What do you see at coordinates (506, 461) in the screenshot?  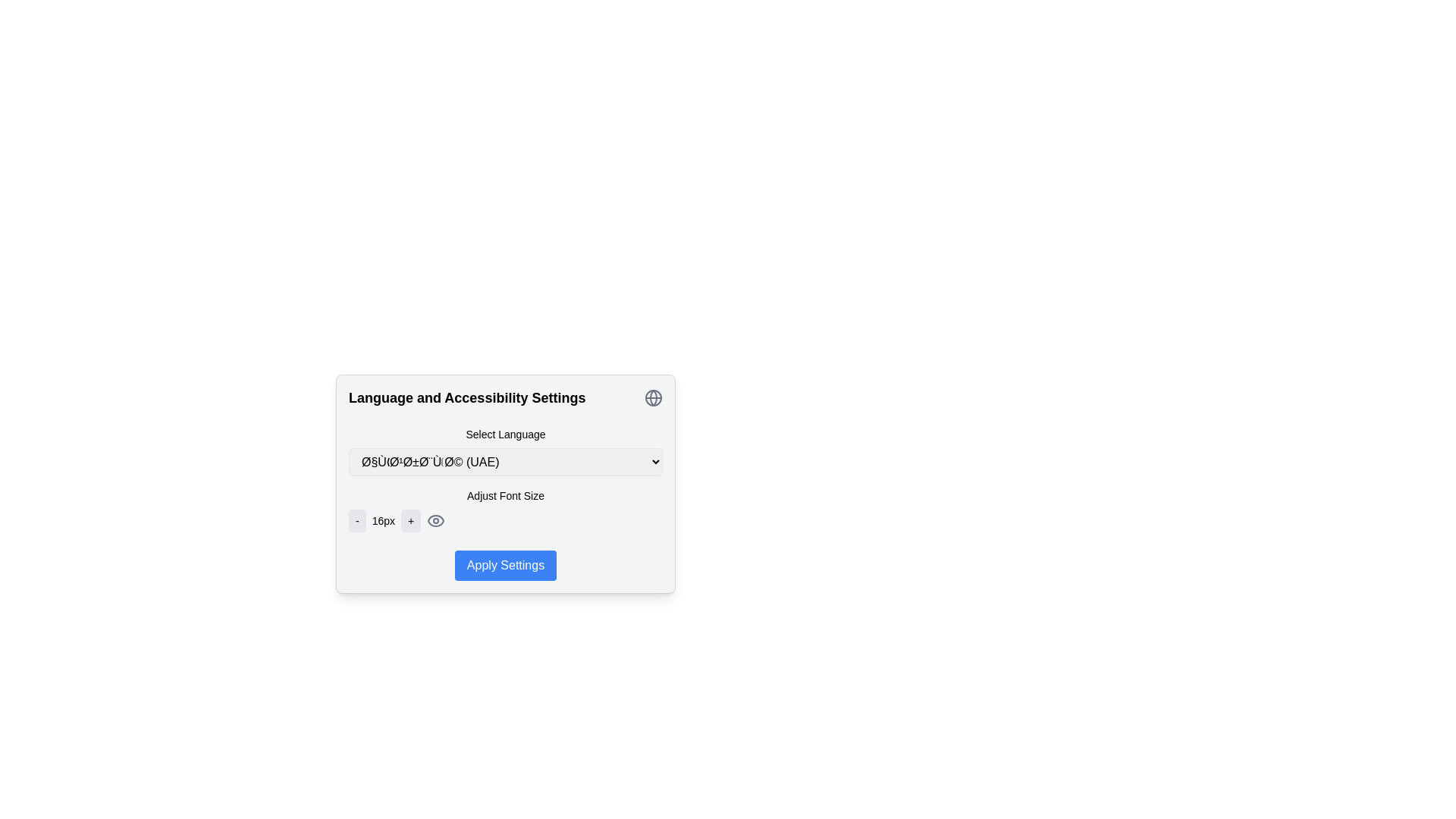 I see `the language selection dropdown menu located within the 'Language and Accessibility Settings' panel` at bounding box center [506, 461].